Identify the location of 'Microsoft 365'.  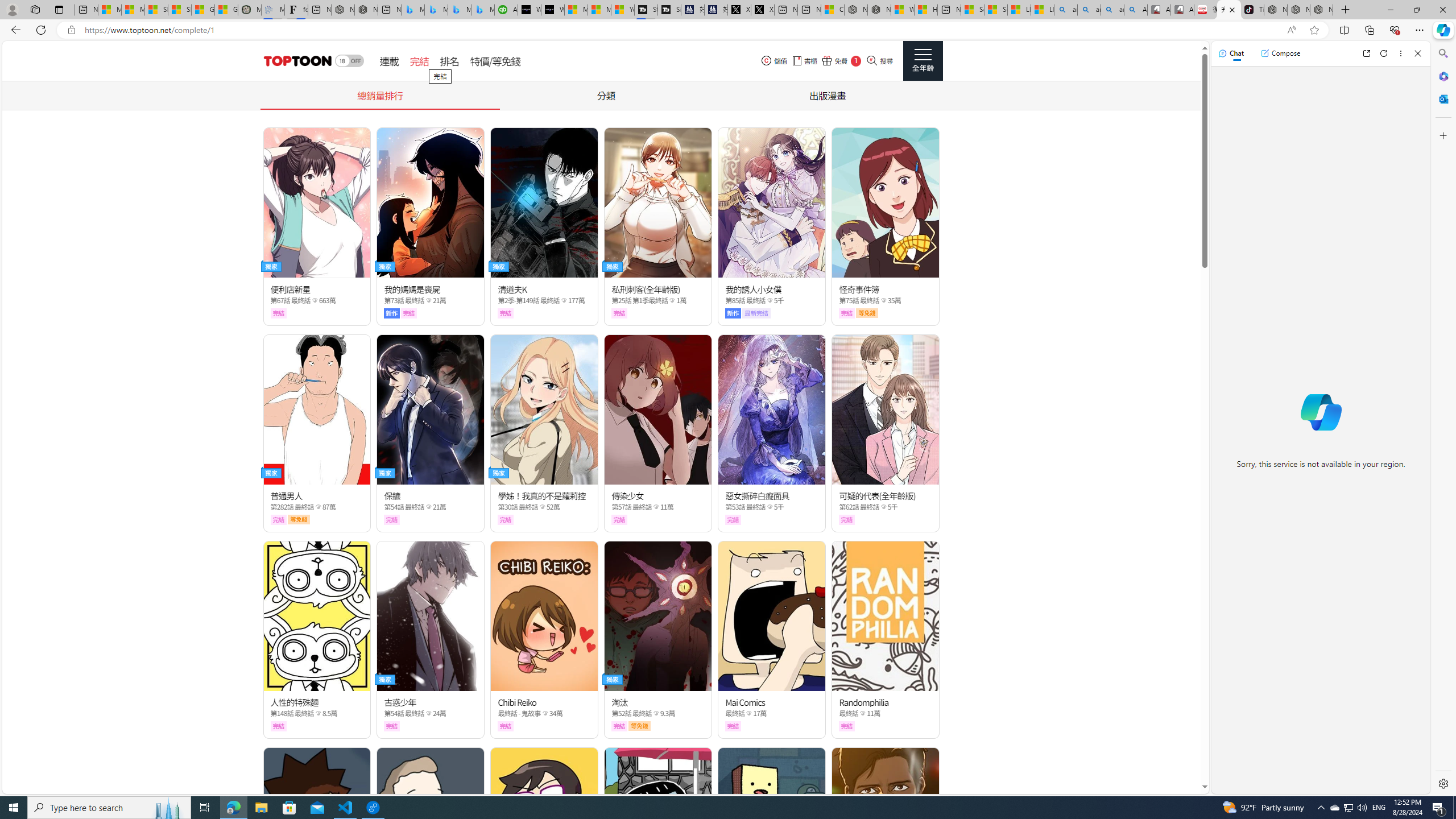
(1442, 76).